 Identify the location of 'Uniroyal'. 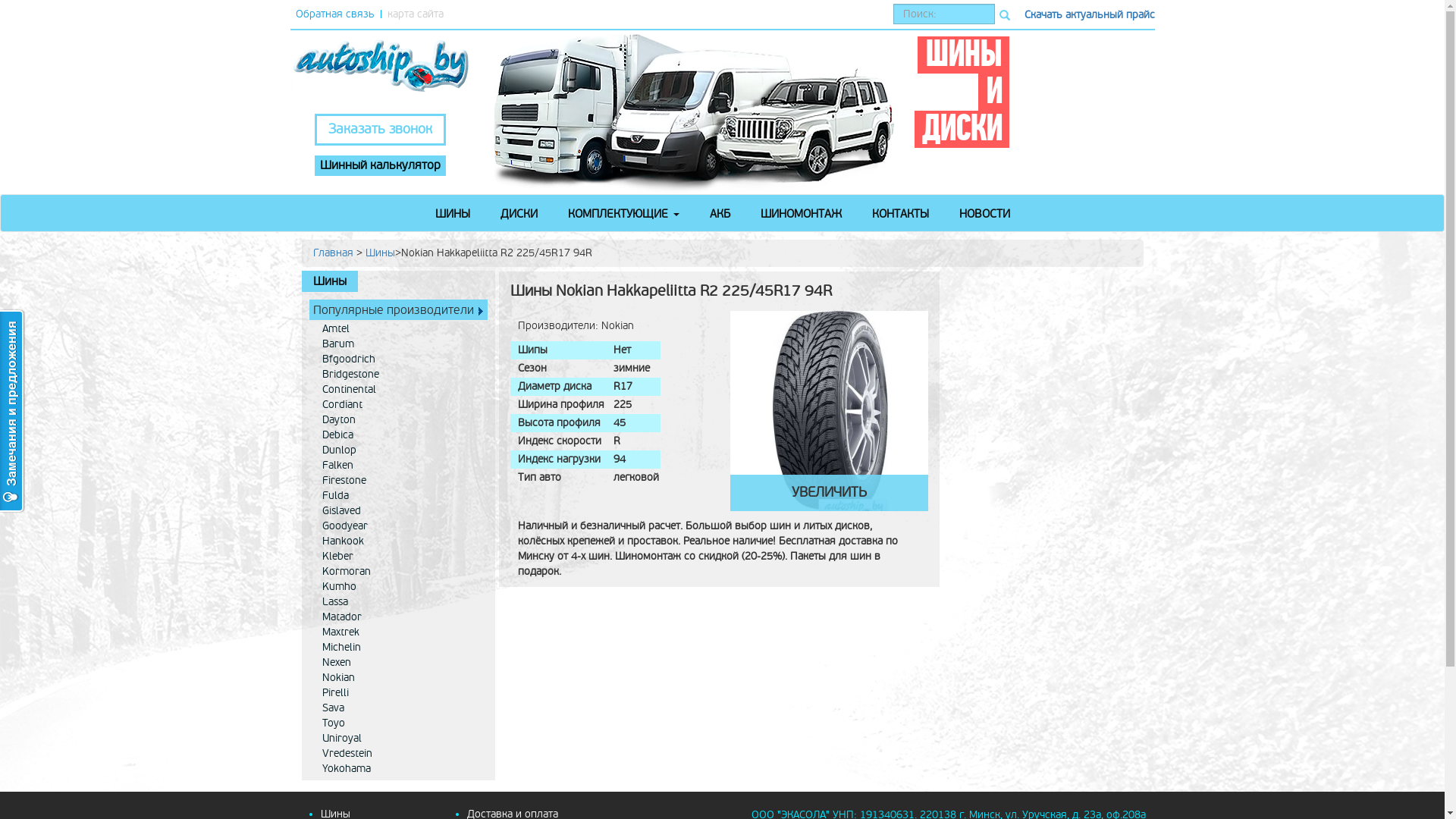
(400, 738).